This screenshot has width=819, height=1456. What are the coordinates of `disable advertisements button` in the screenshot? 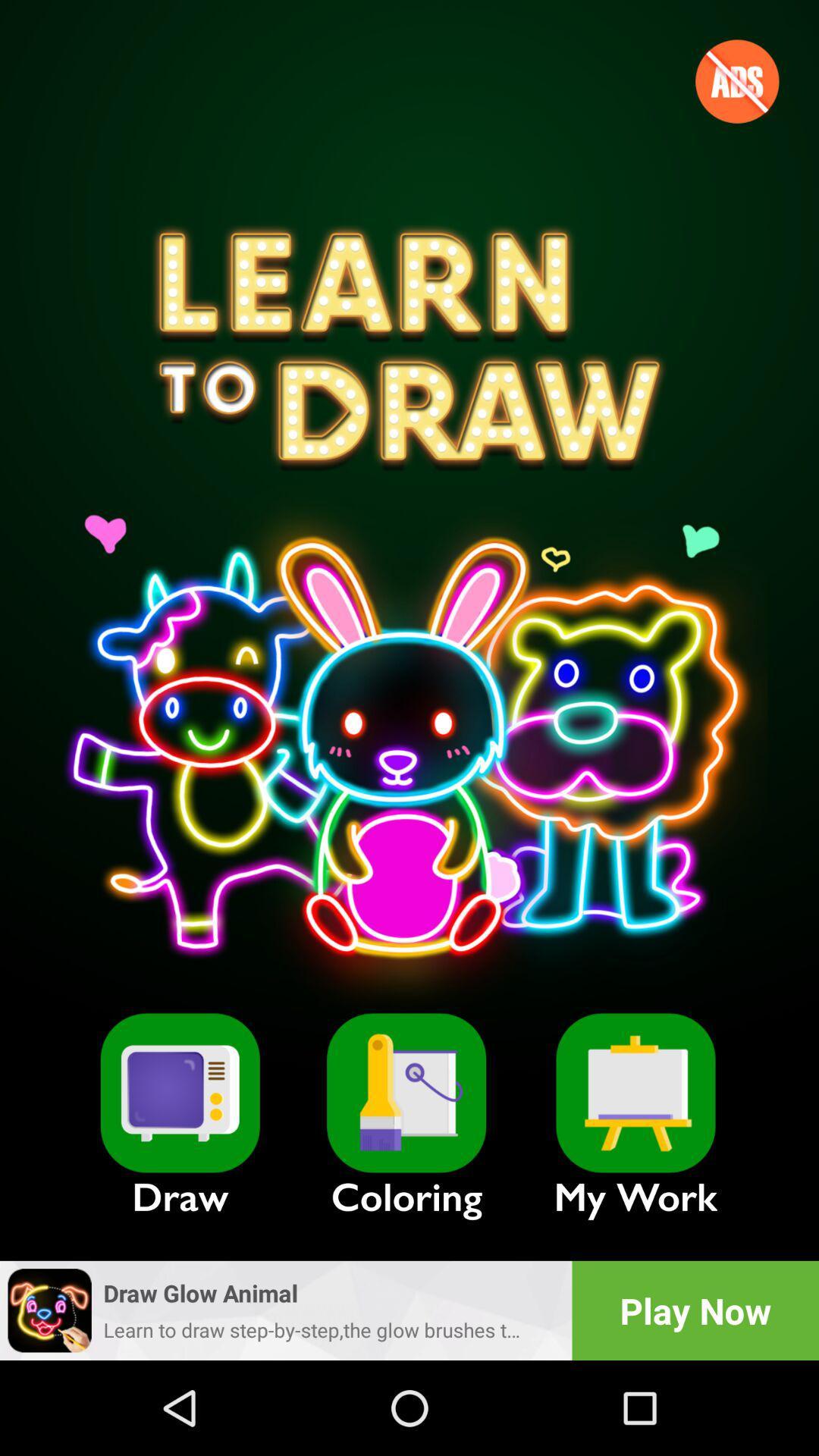 It's located at (736, 80).